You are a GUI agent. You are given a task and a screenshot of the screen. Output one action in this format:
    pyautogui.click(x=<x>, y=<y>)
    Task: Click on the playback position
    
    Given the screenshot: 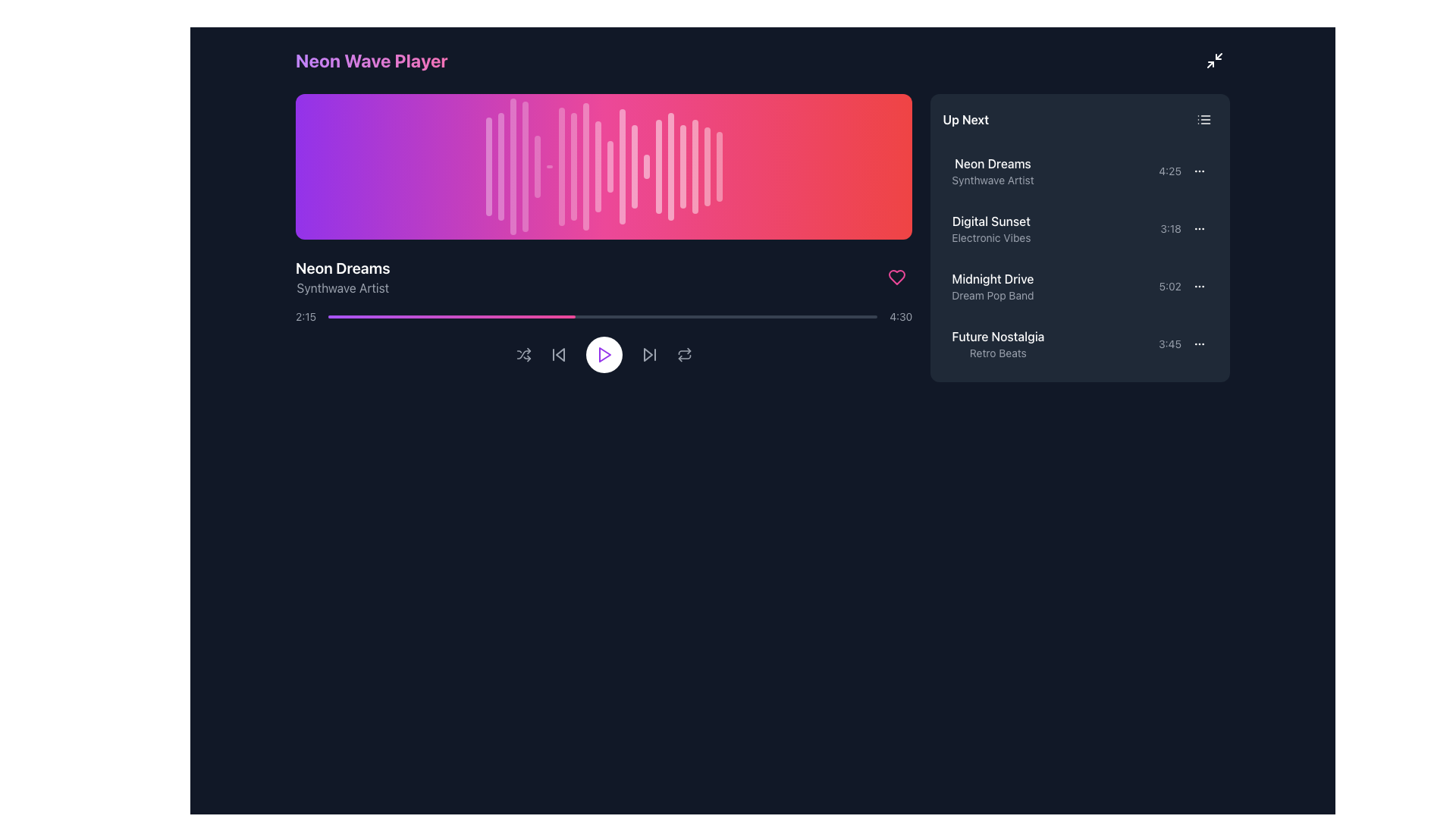 What is the action you would take?
    pyautogui.click(x=437, y=315)
    